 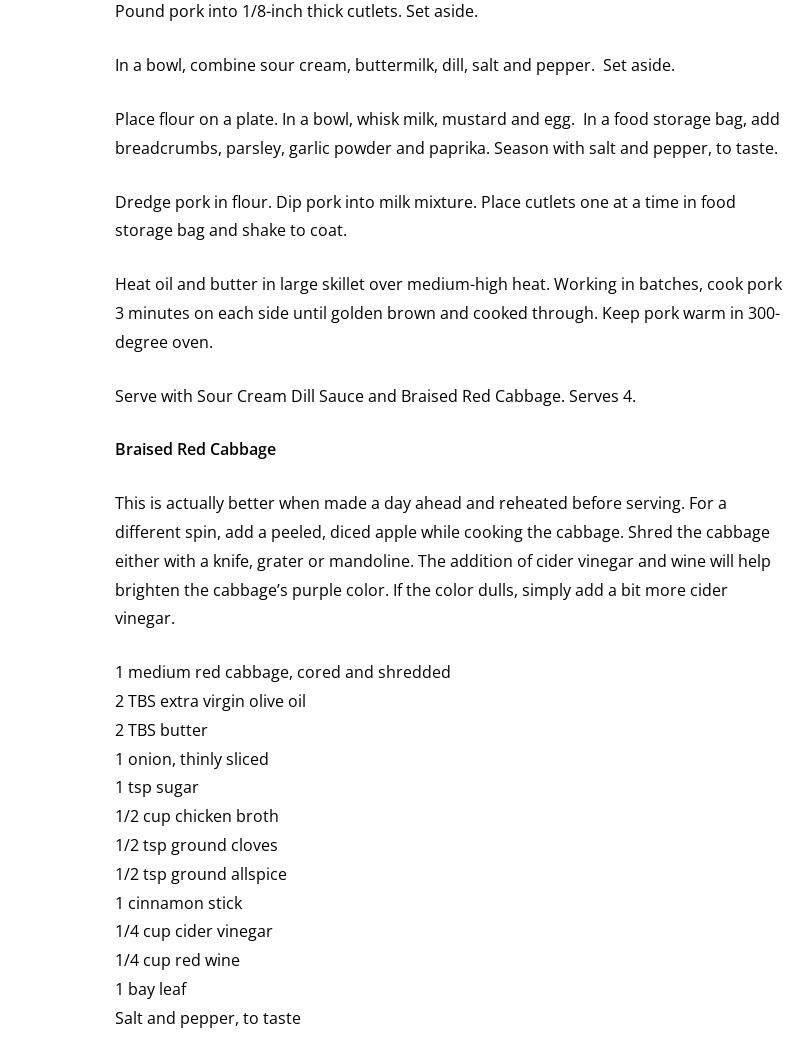 What do you see at coordinates (113, 672) in the screenshot?
I see `'1 medium red cabbage, cored and shredded'` at bounding box center [113, 672].